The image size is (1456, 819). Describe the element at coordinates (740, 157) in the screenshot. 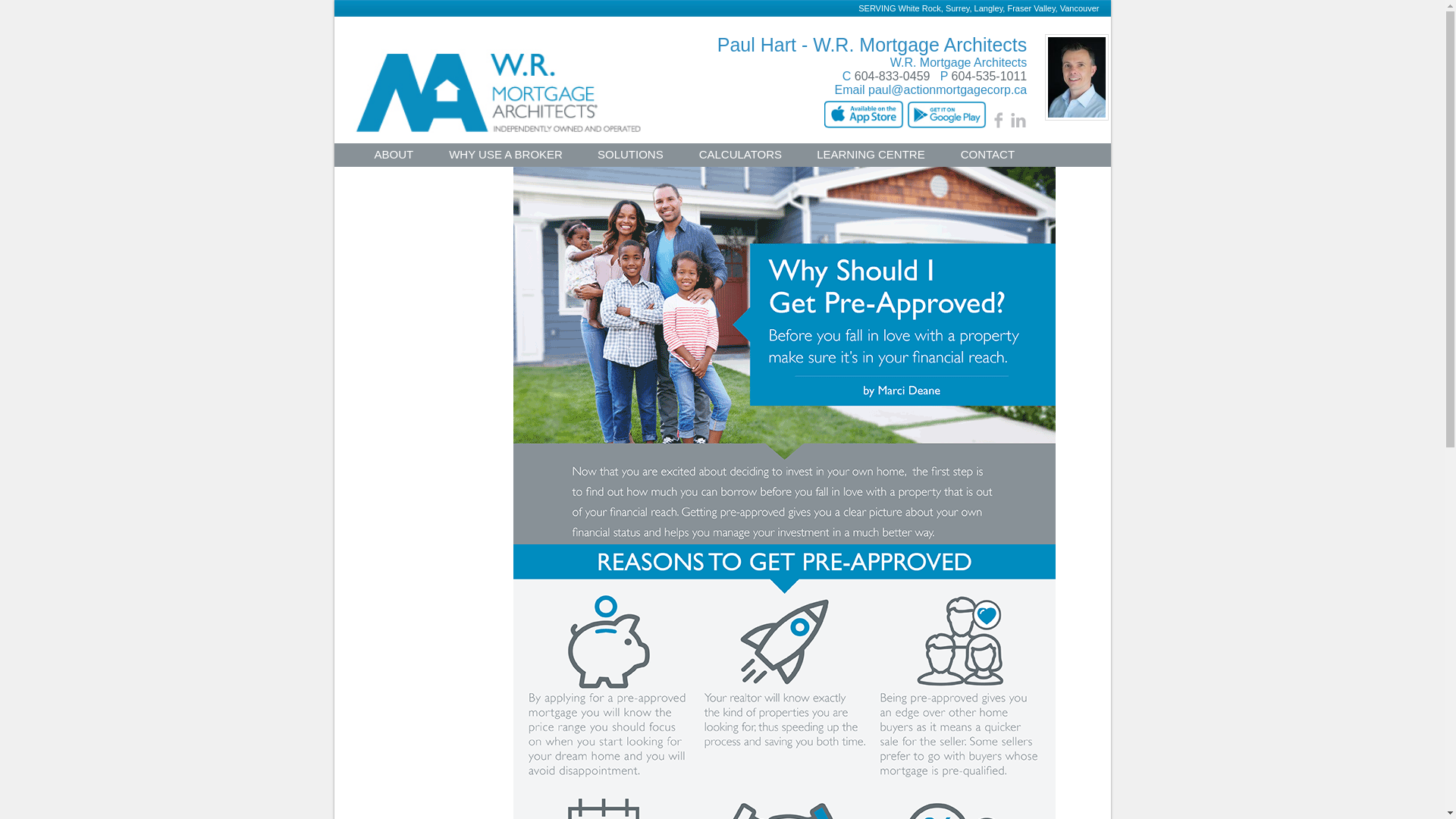

I see `'CALCULATORS'` at that location.